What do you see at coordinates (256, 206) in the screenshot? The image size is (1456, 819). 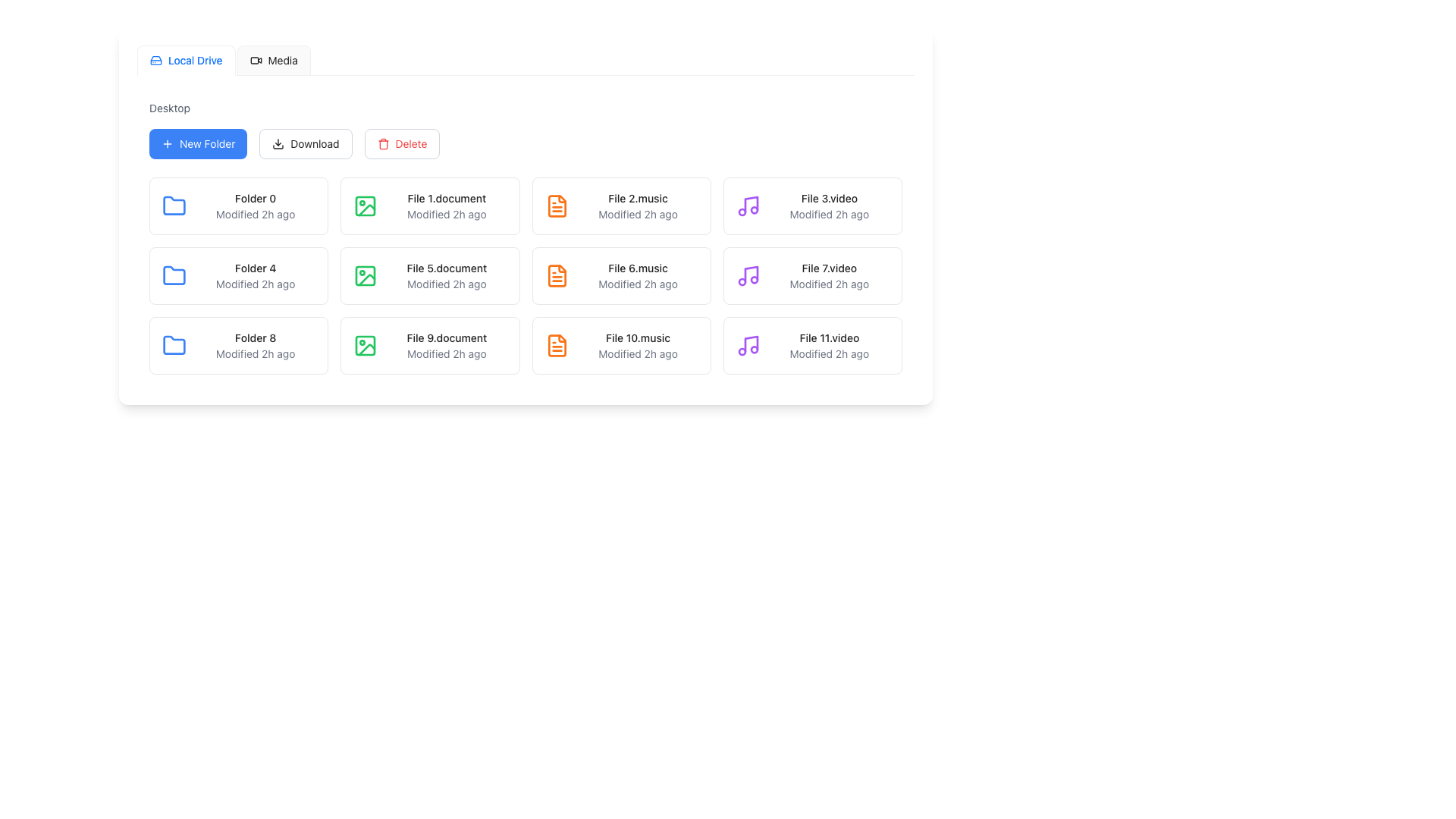 I see `to select the folder item representation located in the first row and first column of the file items grid layout` at bounding box center [256, 206].